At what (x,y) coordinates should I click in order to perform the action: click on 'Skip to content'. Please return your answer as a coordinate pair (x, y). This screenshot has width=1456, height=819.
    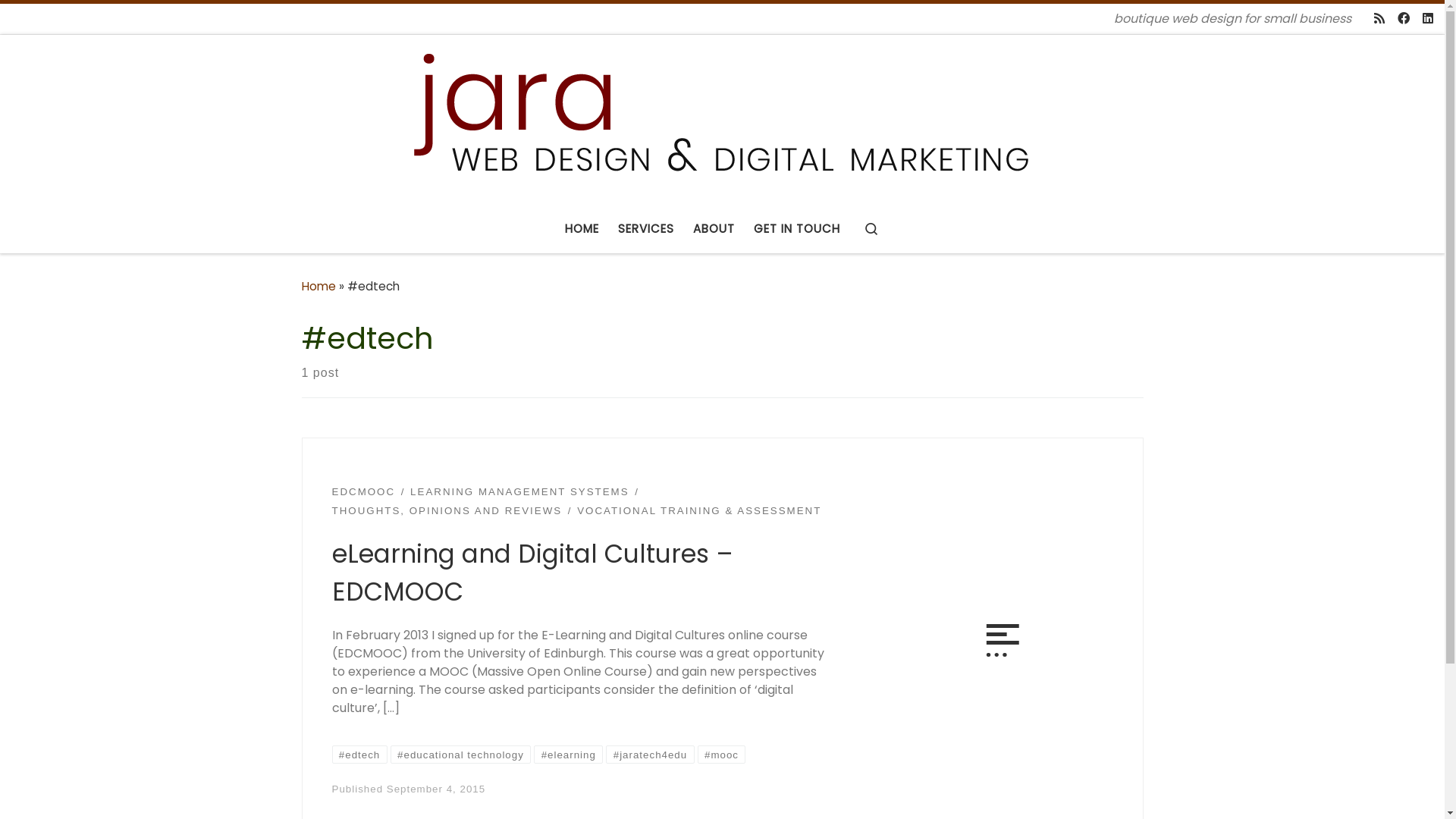
    Looking at the image, I should click on (65, 23).